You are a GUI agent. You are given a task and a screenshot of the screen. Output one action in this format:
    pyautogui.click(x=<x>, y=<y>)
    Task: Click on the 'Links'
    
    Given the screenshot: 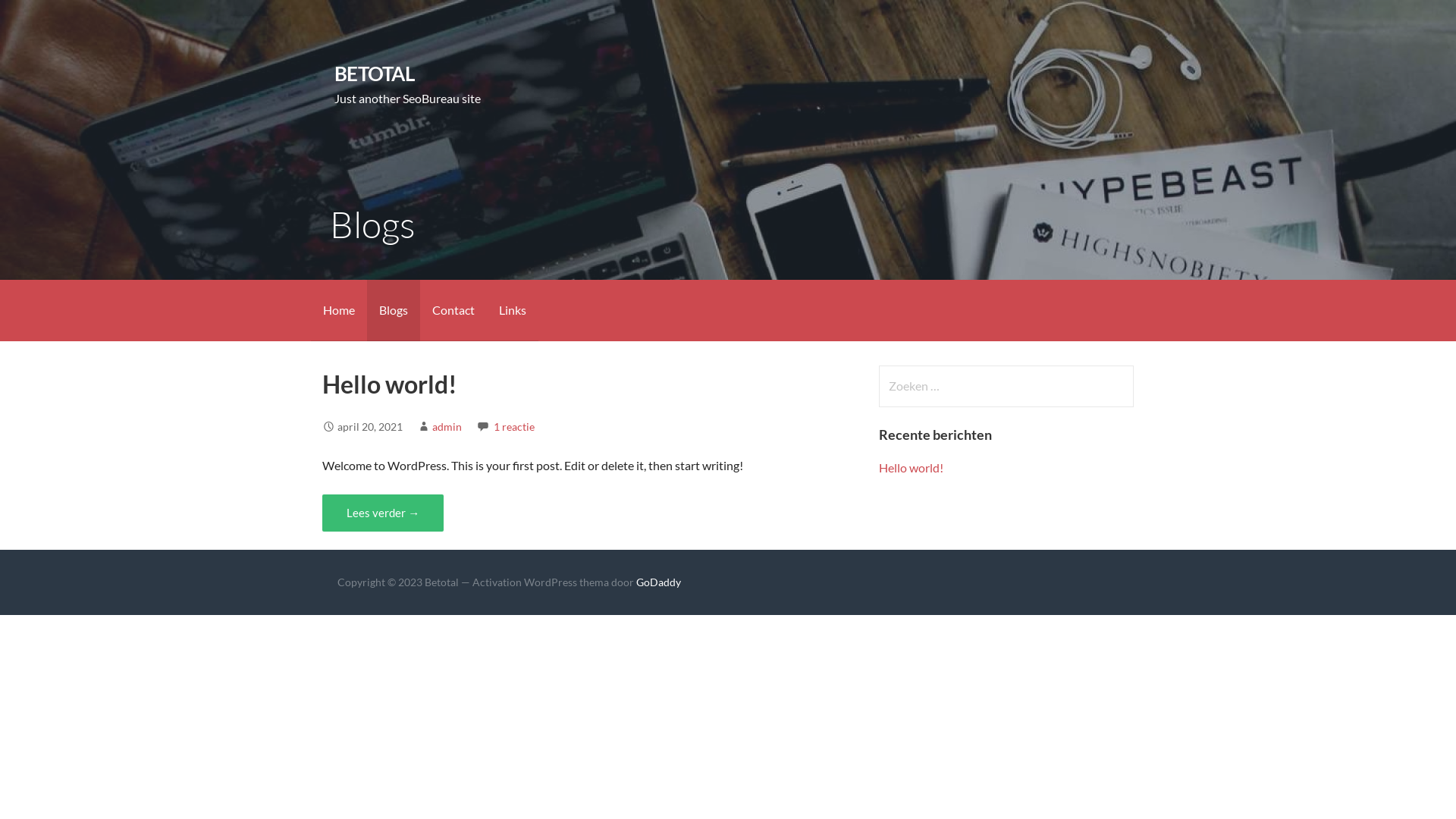 What is the action you would take?
    pyautogui.click(x=513, y=309)
    